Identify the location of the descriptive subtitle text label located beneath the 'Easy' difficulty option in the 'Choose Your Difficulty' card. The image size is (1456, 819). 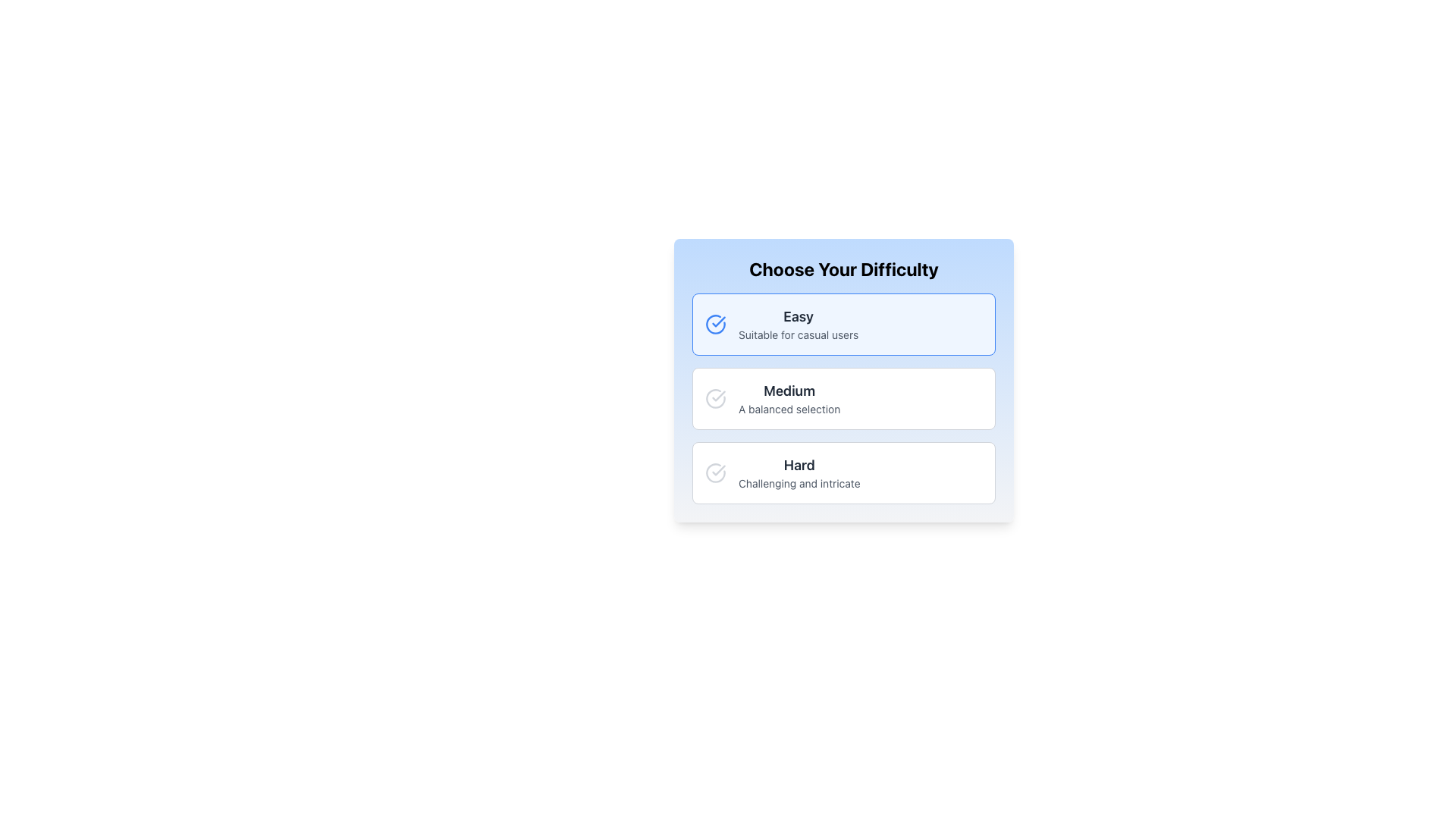
(798, 334).